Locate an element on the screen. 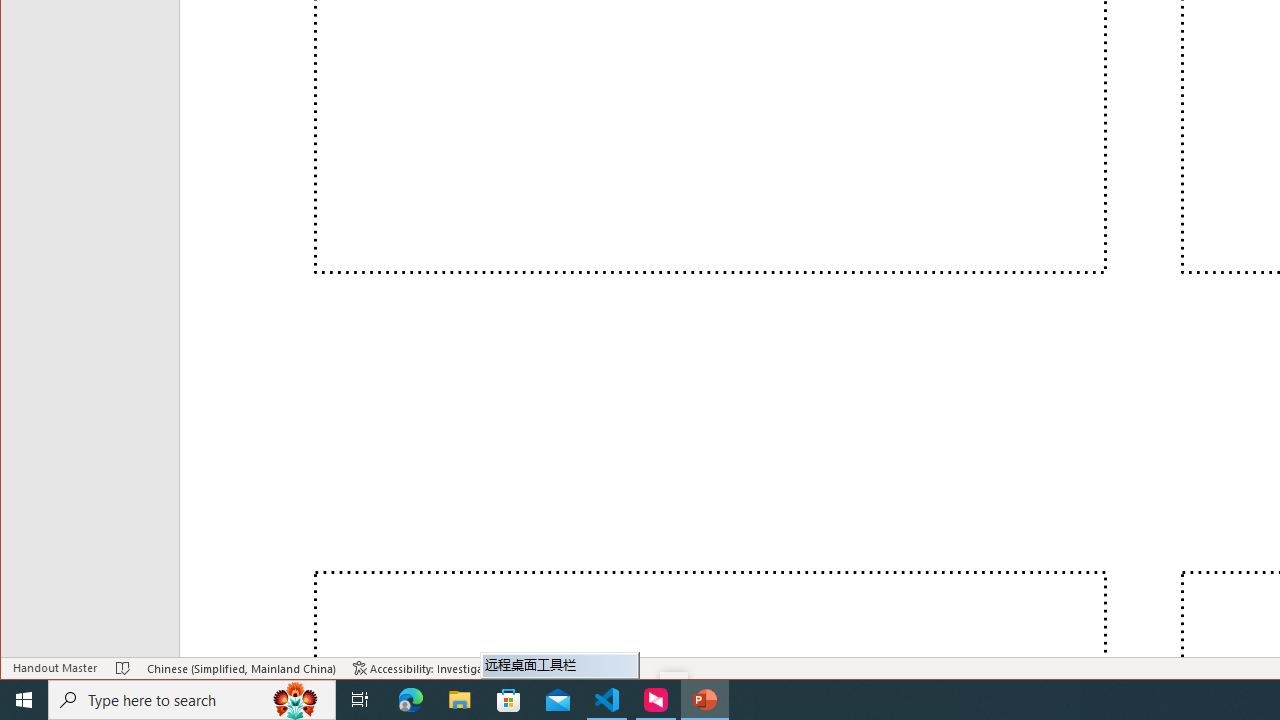 This screenshot has width=1280, height=720. 'Microsoft Edge' is located at coordinates (410, 698).